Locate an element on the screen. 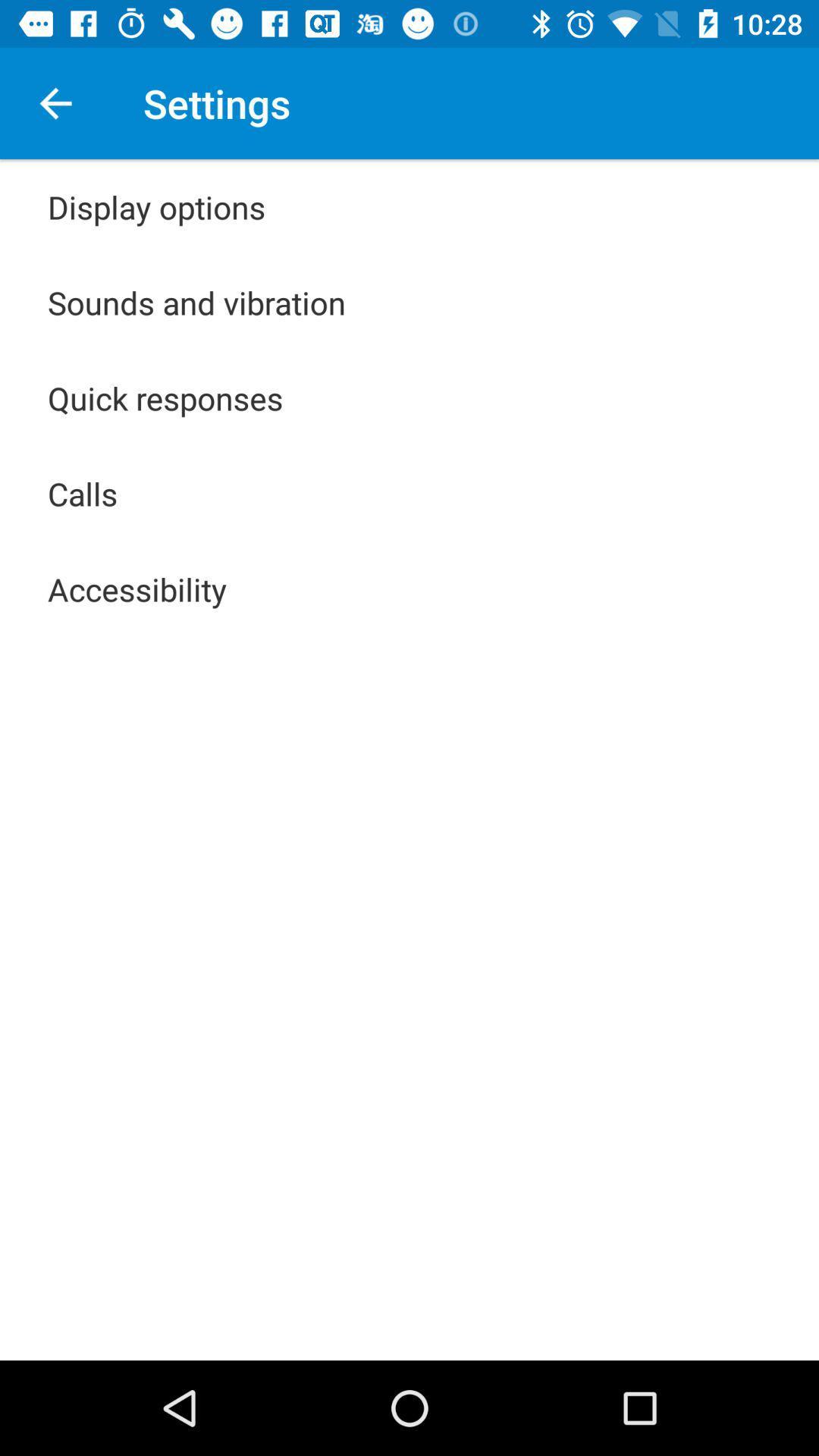 Image resolution: width=819 pixels, height=1456 pixels. the app below quick responses is located at coordinates (83, 494).